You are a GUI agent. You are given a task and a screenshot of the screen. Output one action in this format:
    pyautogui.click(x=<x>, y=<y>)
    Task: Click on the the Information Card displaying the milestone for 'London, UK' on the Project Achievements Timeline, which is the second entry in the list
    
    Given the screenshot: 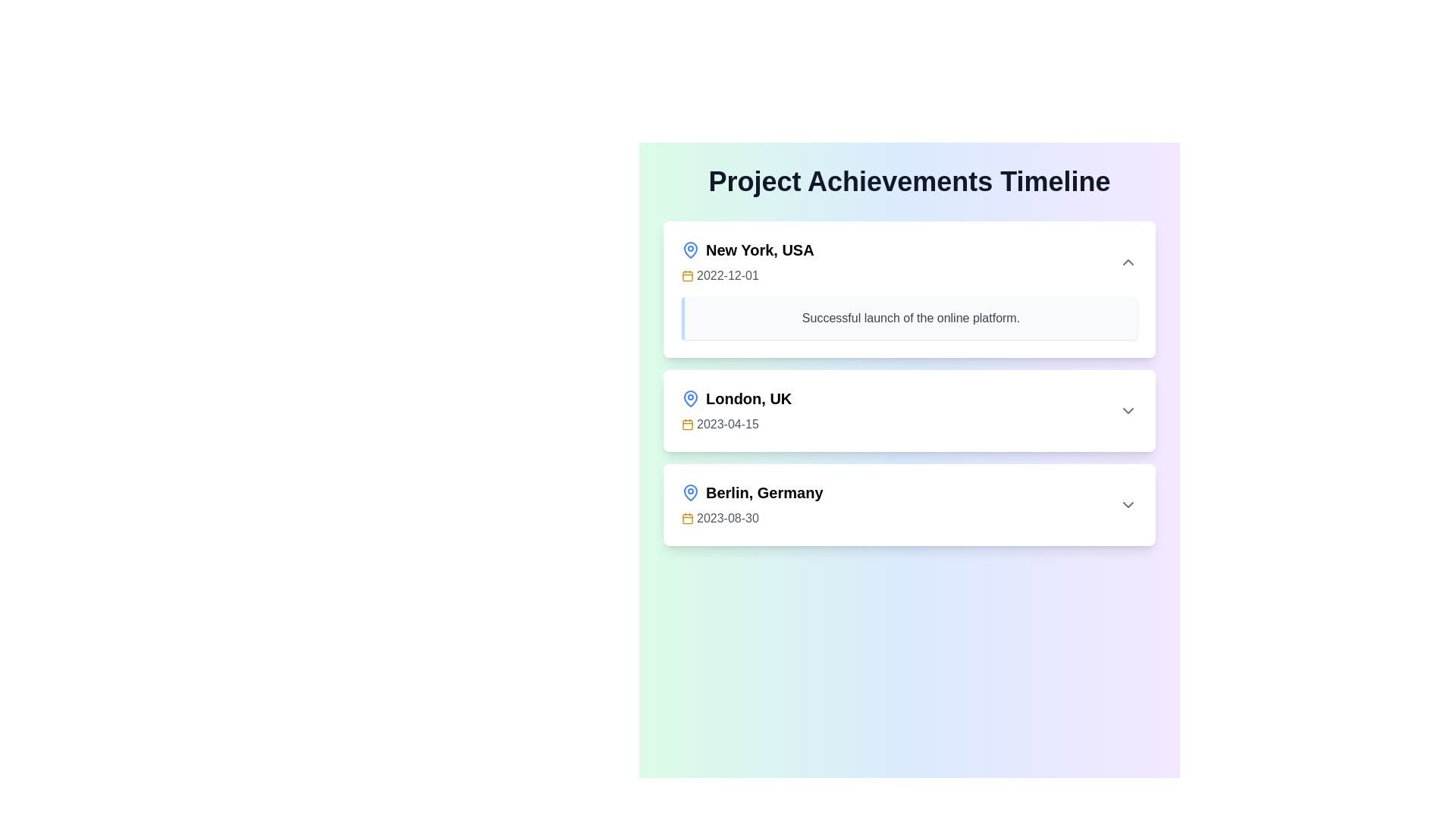 What is the action you would take?
    pyautogui.click(x=909, y=382)
    